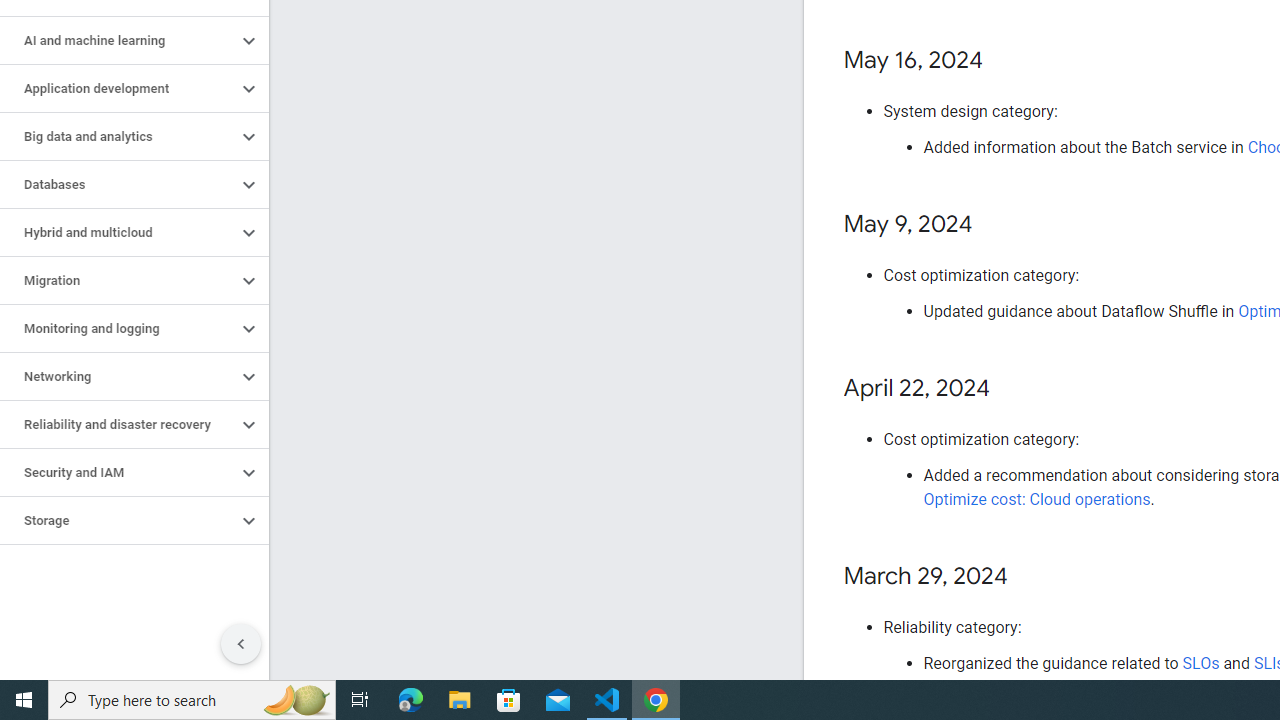 The height and width of the screenshot is (720, 1280). Describe the element at coordinates (117, 185) in the screenshot. I see `'Databases'` at that location.